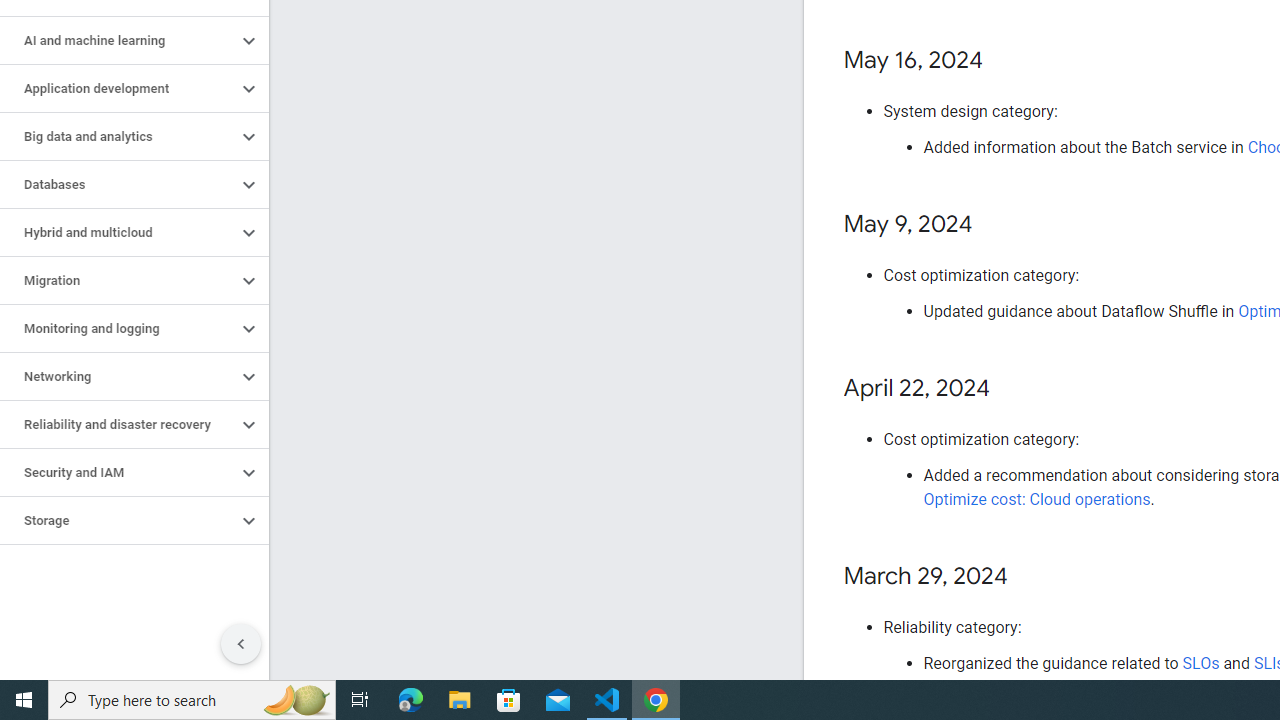 The height and width of the screenshot is (720, 1280). Describe the element at coordinates (117, 185) in the screenshot. I see `'Databases'` at that location.